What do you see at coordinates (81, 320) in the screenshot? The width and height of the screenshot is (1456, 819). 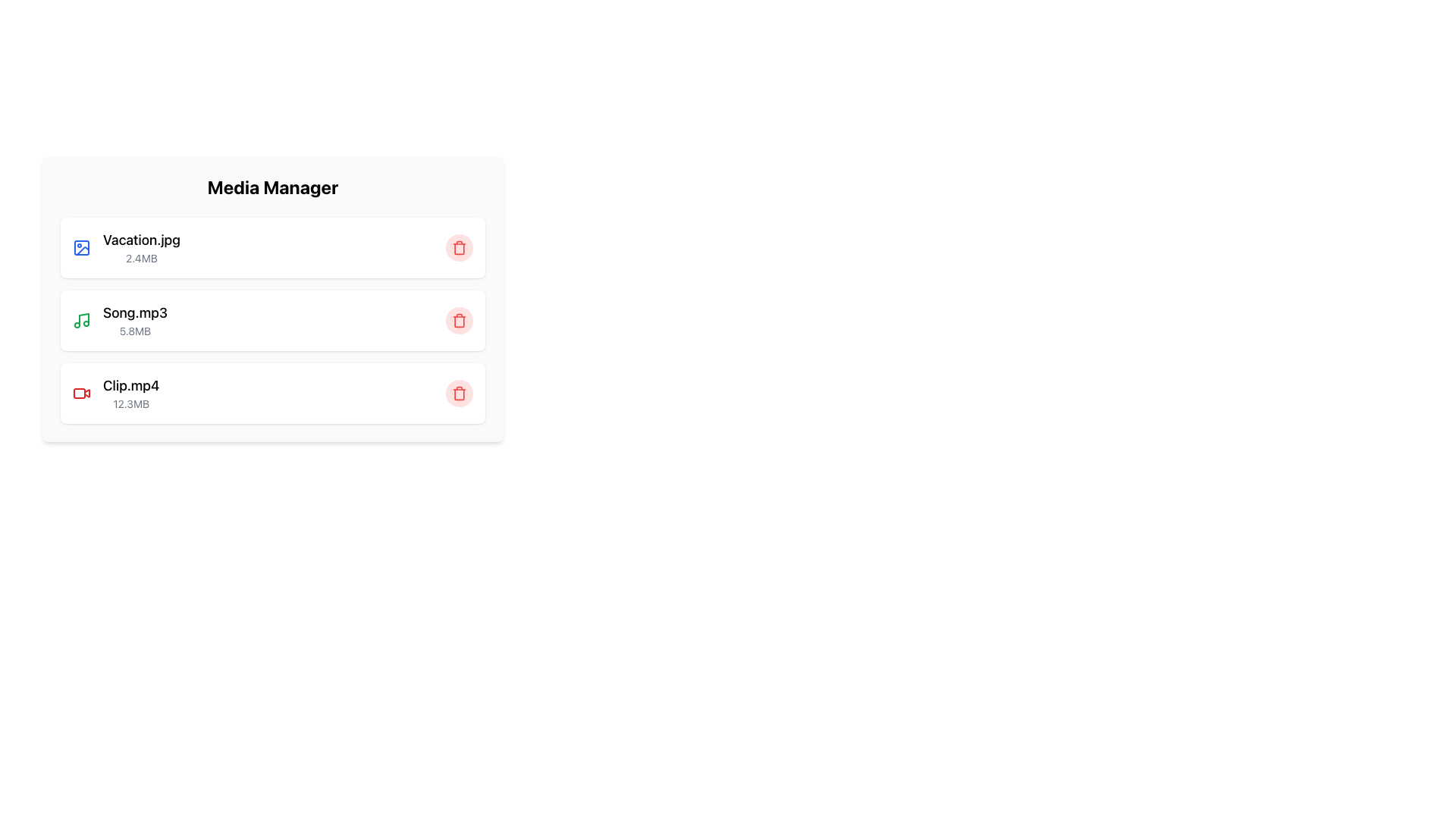 I see `the audio file icon located to the left of the text components 'Song.mp3' and '5.8MB' in the second entry of the media list` at bounding box center [81, 320].